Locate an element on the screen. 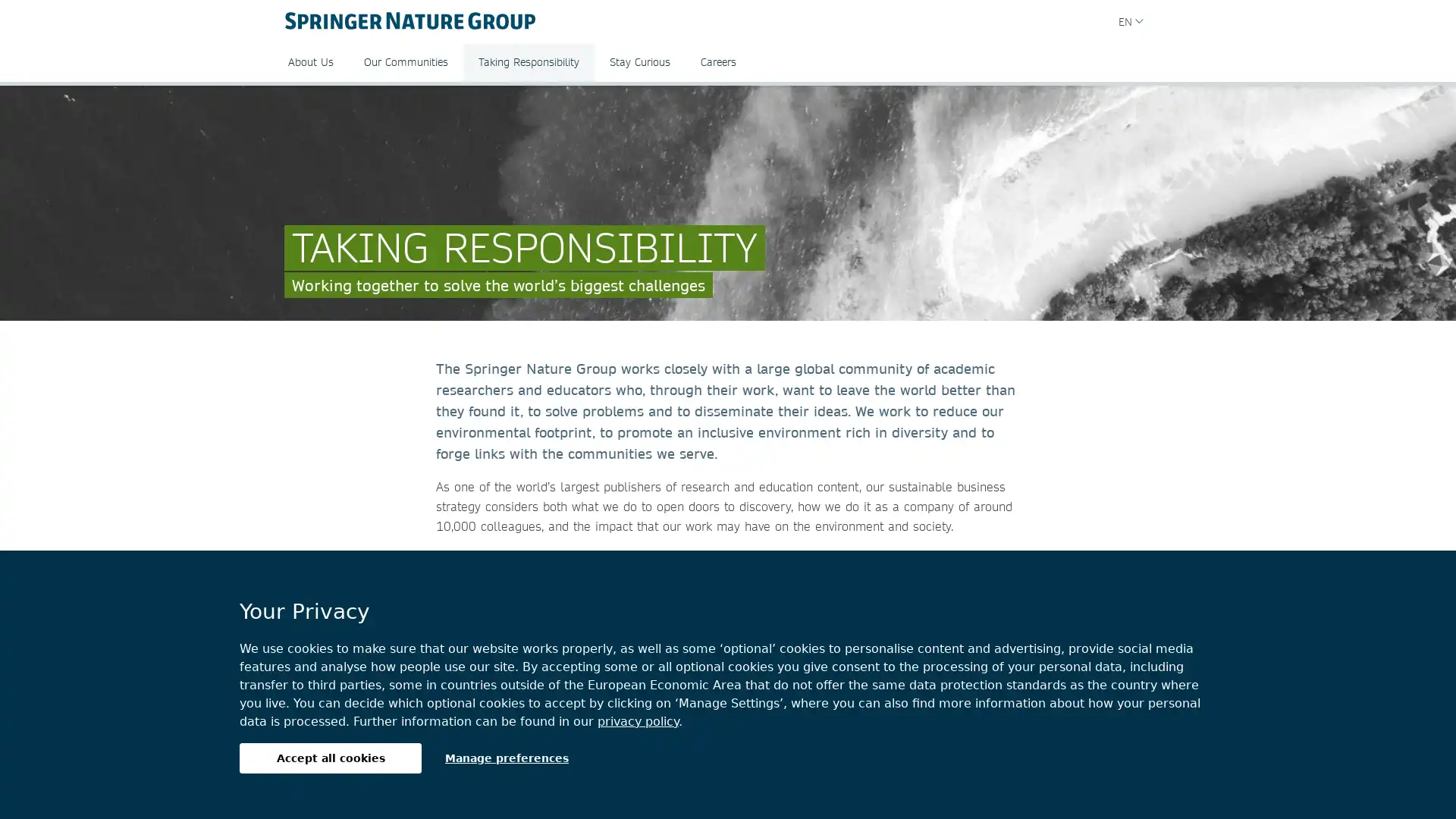  Manage preferences is located at coordinates (507, 758).